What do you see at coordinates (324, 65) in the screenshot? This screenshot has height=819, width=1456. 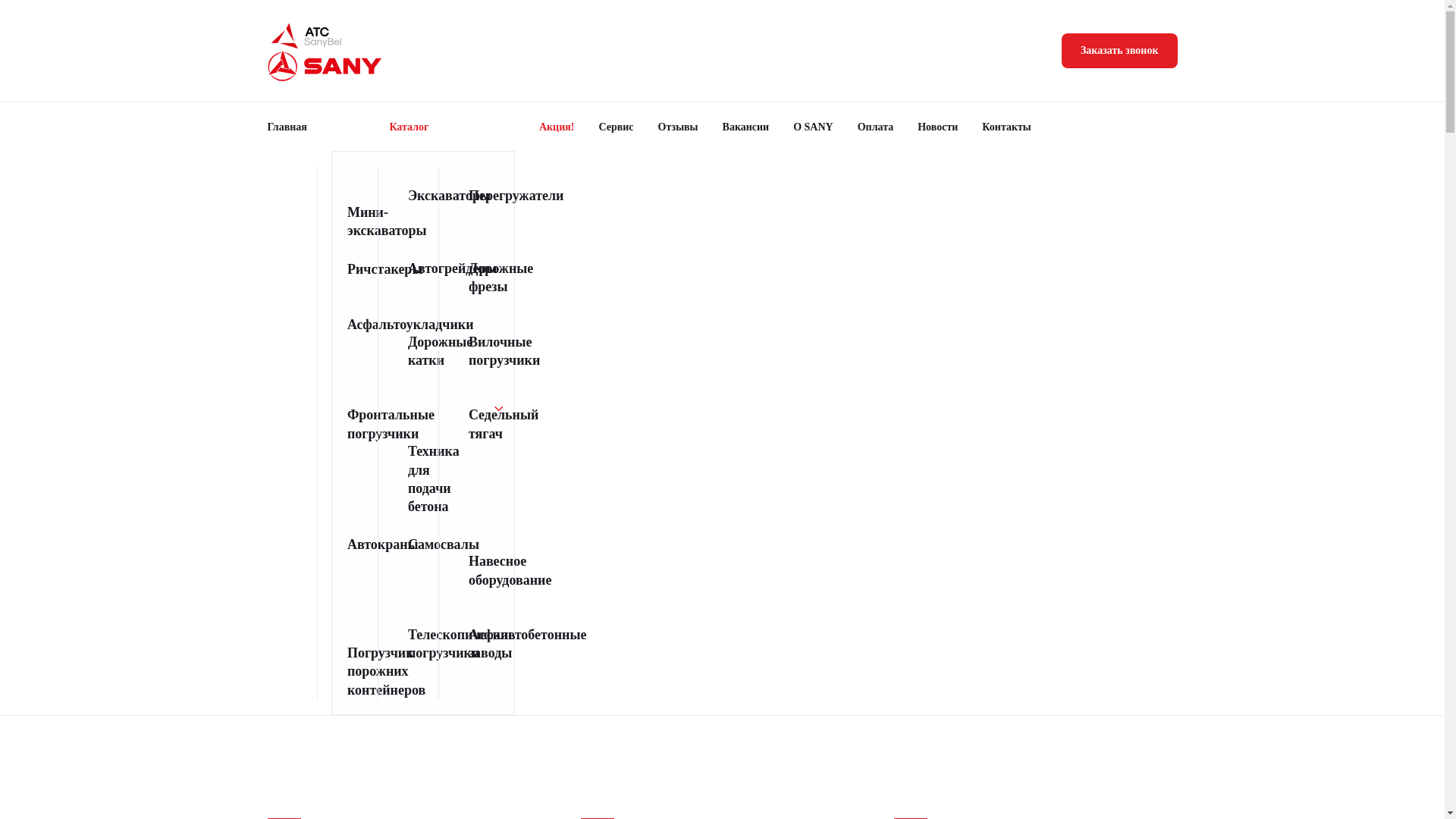 I see `'Sany'` at bounding box center [324, 65].